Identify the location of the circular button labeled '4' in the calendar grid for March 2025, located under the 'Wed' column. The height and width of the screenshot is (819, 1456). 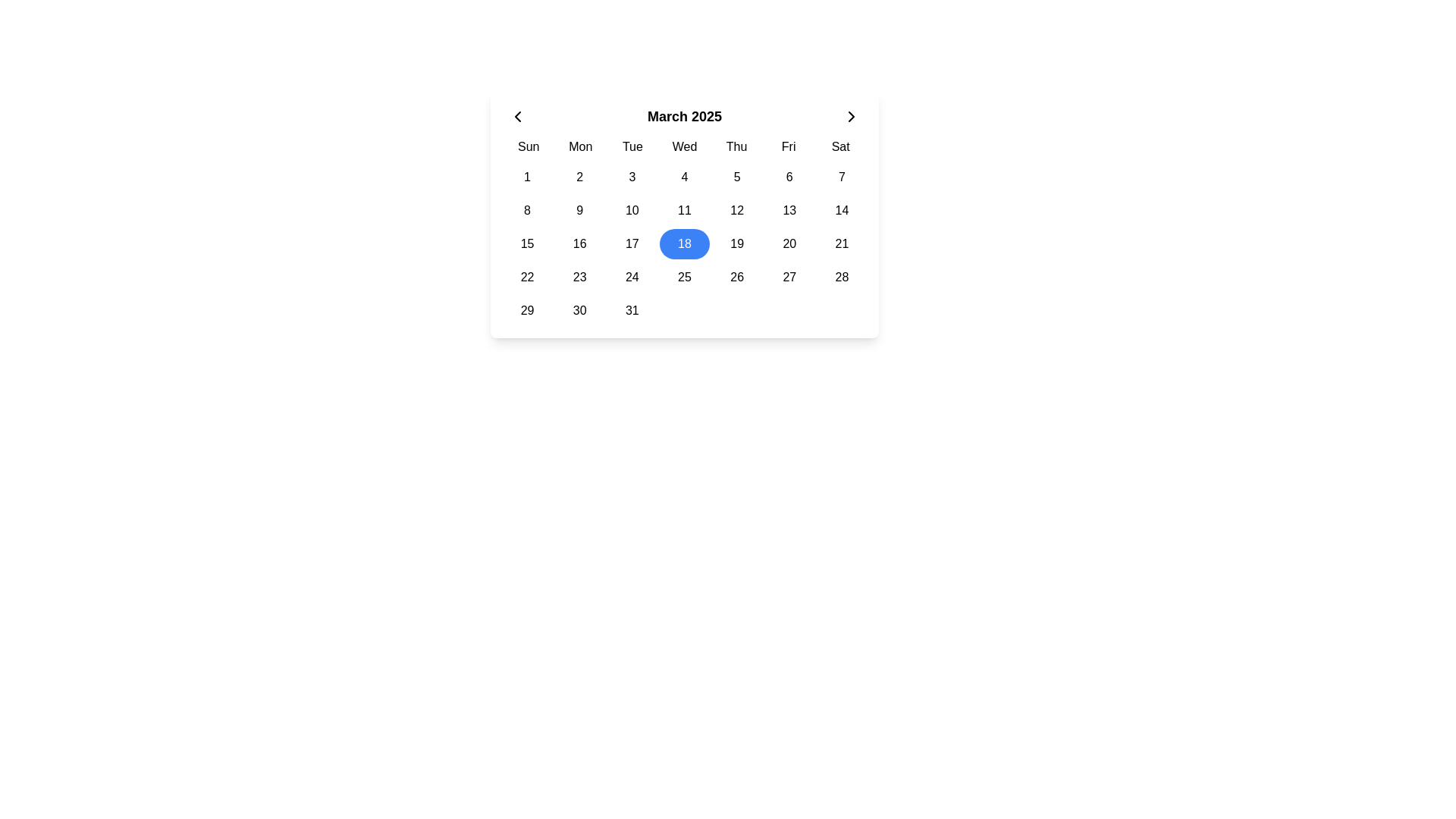
(683, 177).